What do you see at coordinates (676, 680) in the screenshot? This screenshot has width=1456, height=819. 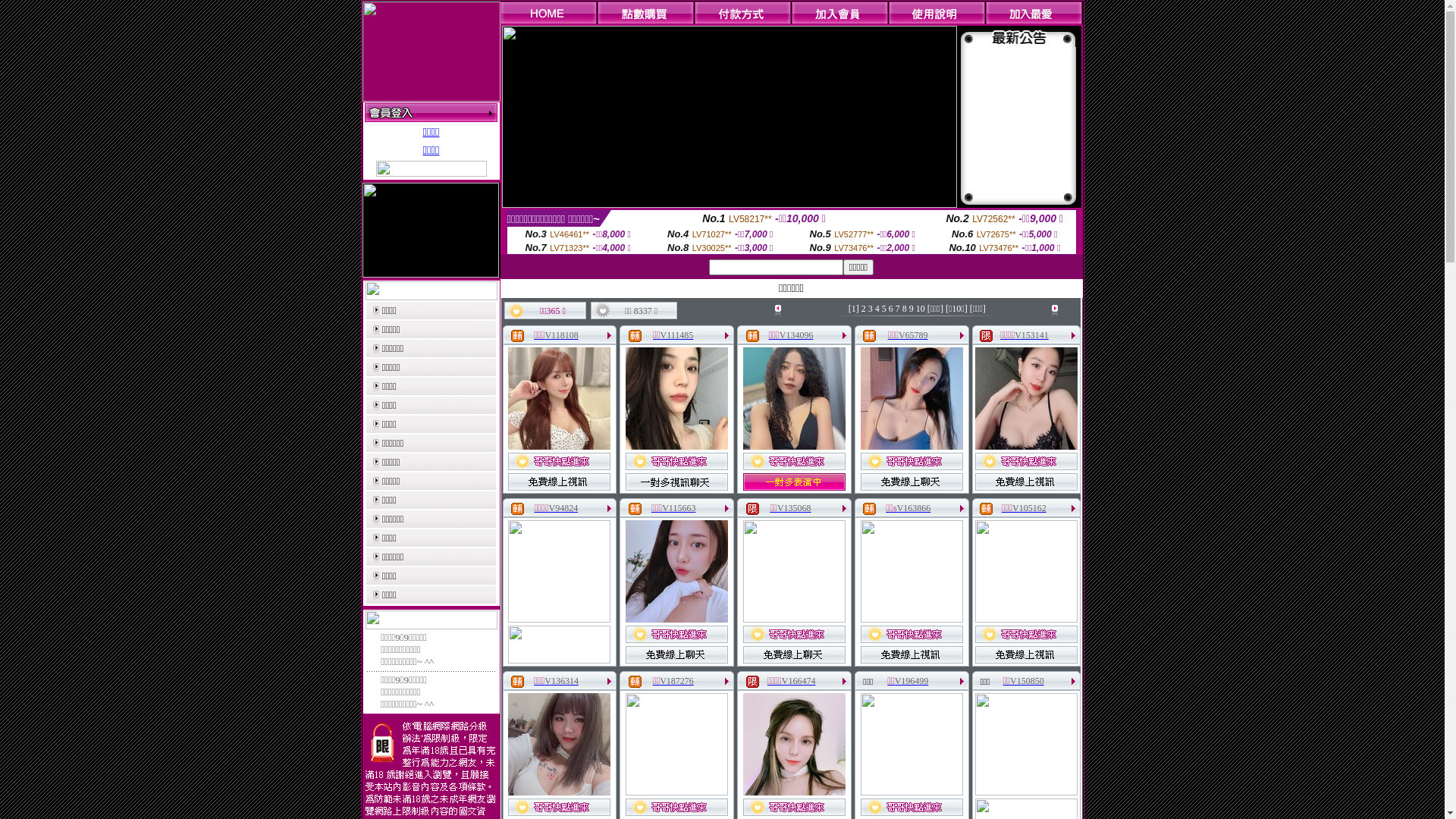 I see `'V187276'` at bounding box center [676, 680].